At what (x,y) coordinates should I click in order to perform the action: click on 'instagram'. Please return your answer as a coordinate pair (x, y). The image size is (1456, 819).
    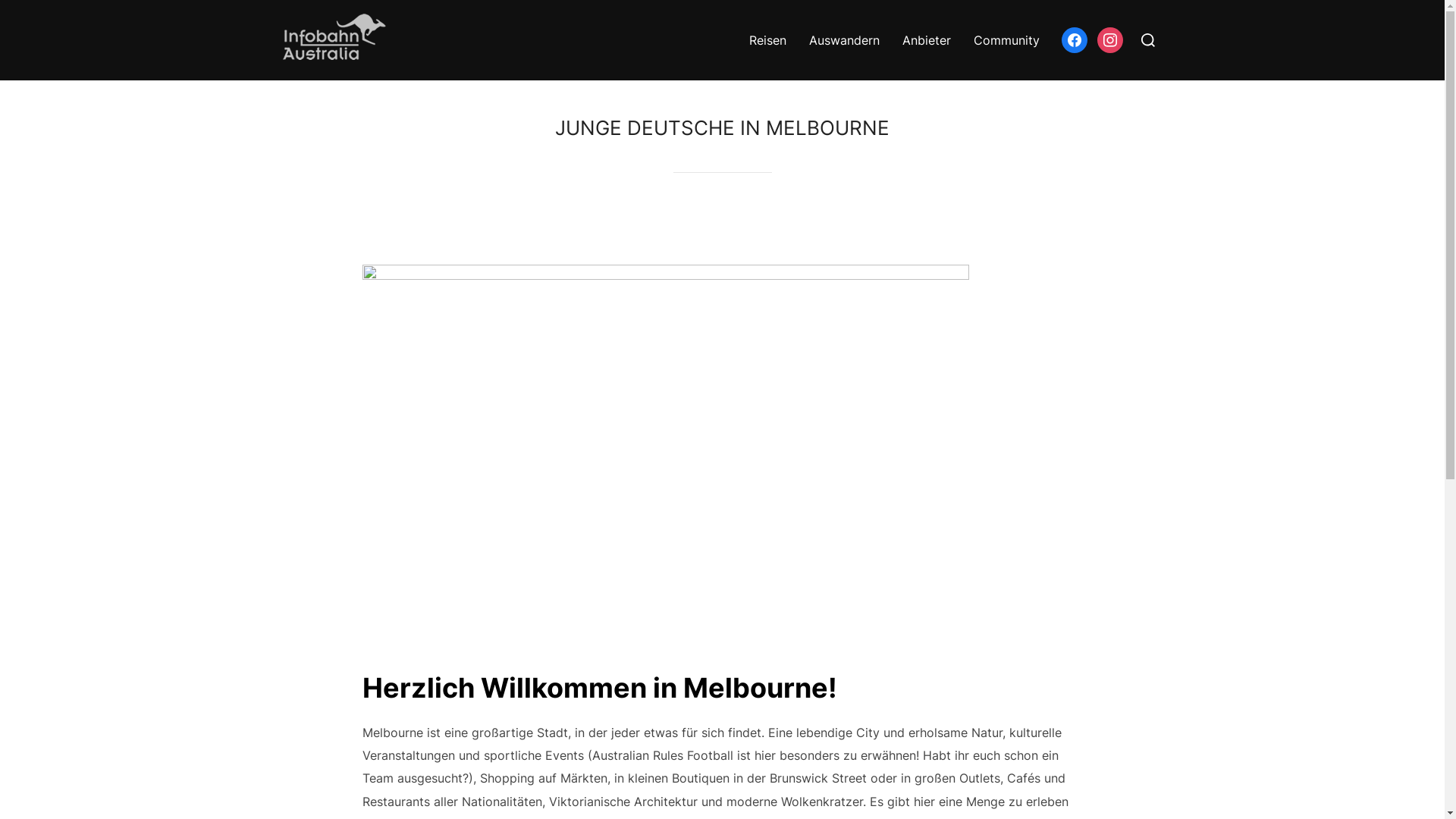
    Looking at the image, I should click on (1096, 37).